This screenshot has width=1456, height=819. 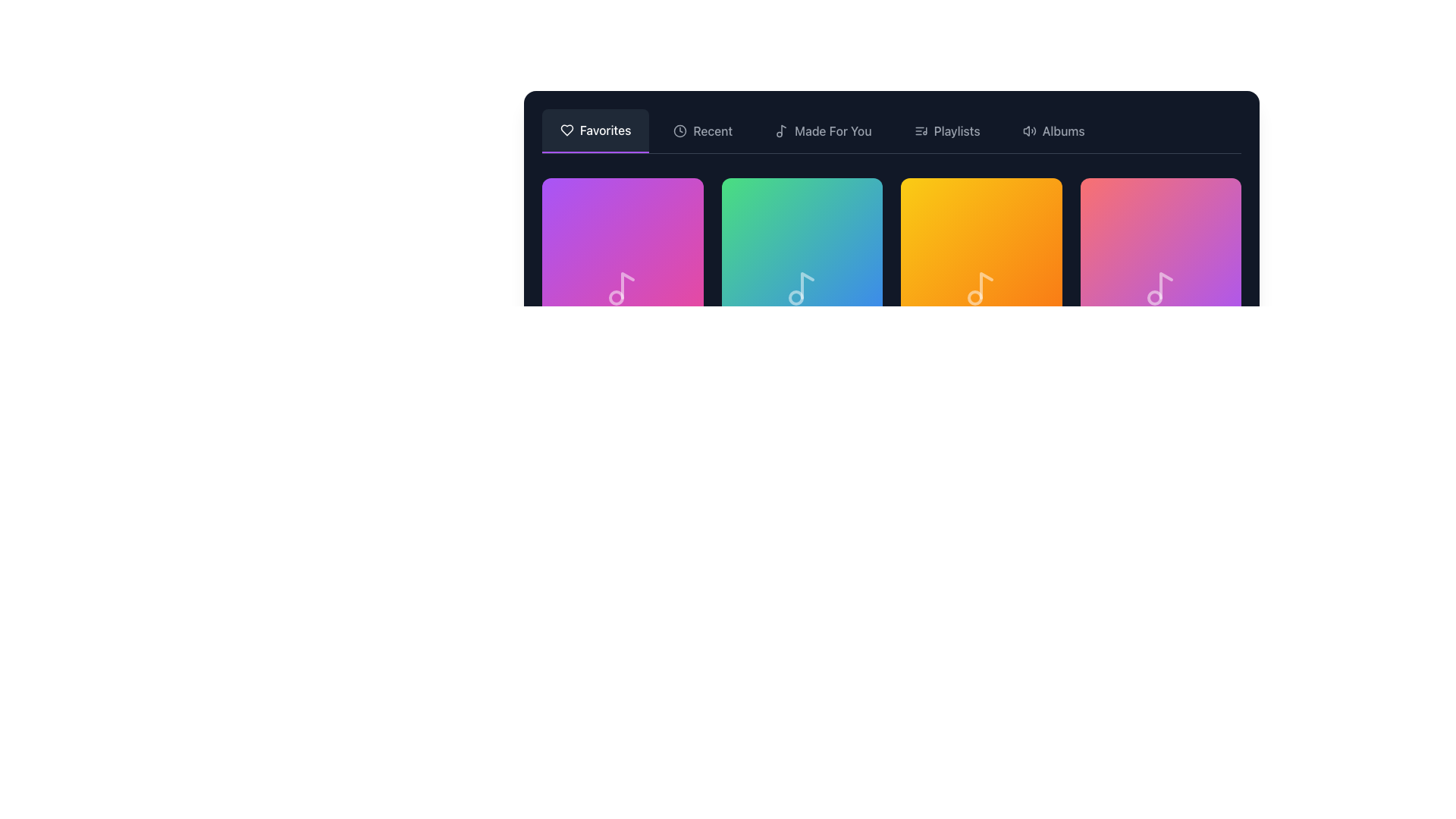 I want to click on the interactive selectable card with a gradient background transitioning from green to blue, featuring a music symbol icon in the center, so click(x=801, y=289).